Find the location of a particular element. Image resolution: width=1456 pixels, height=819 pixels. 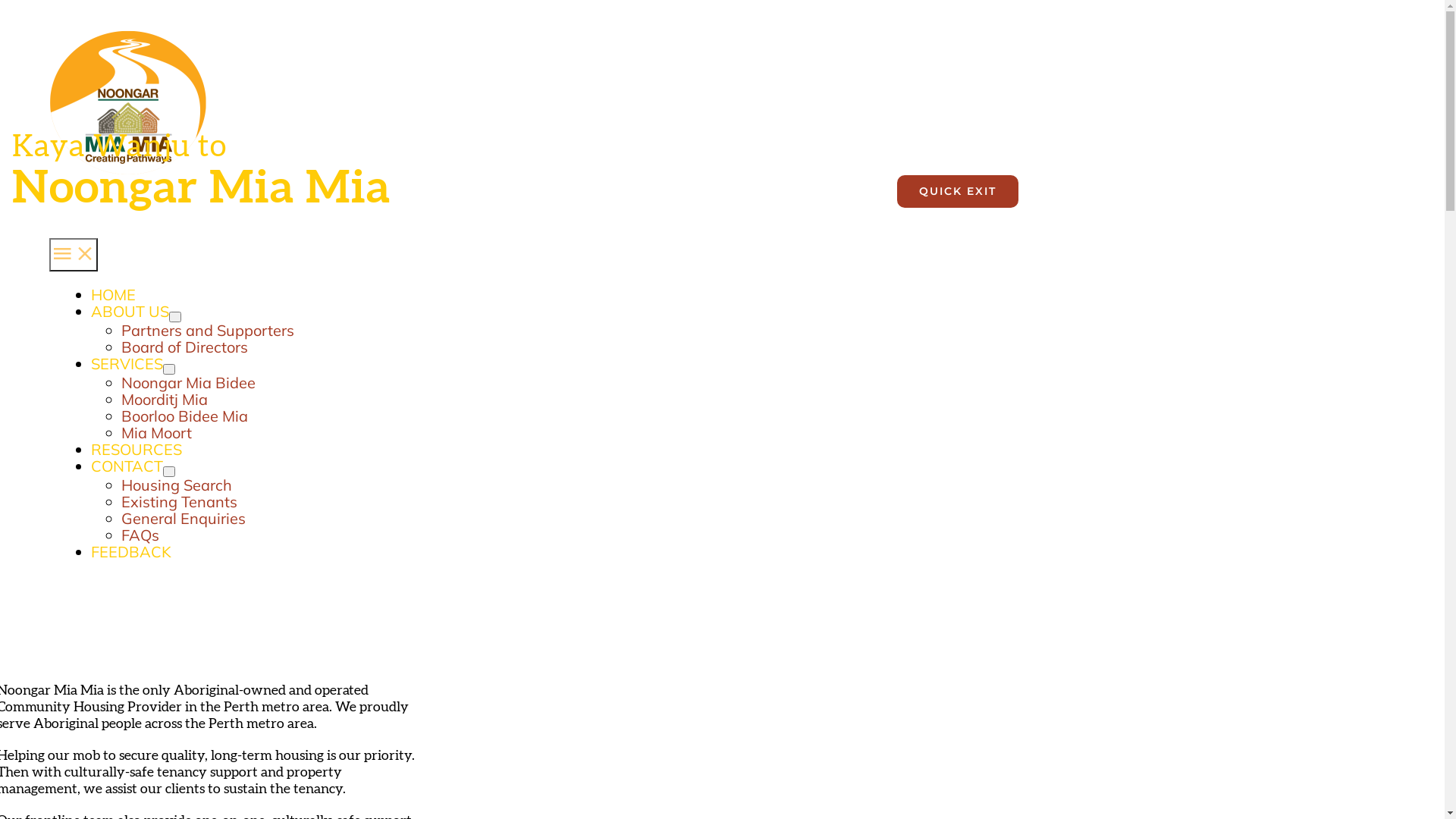

'HOME' is located at coordinates (90, 295).